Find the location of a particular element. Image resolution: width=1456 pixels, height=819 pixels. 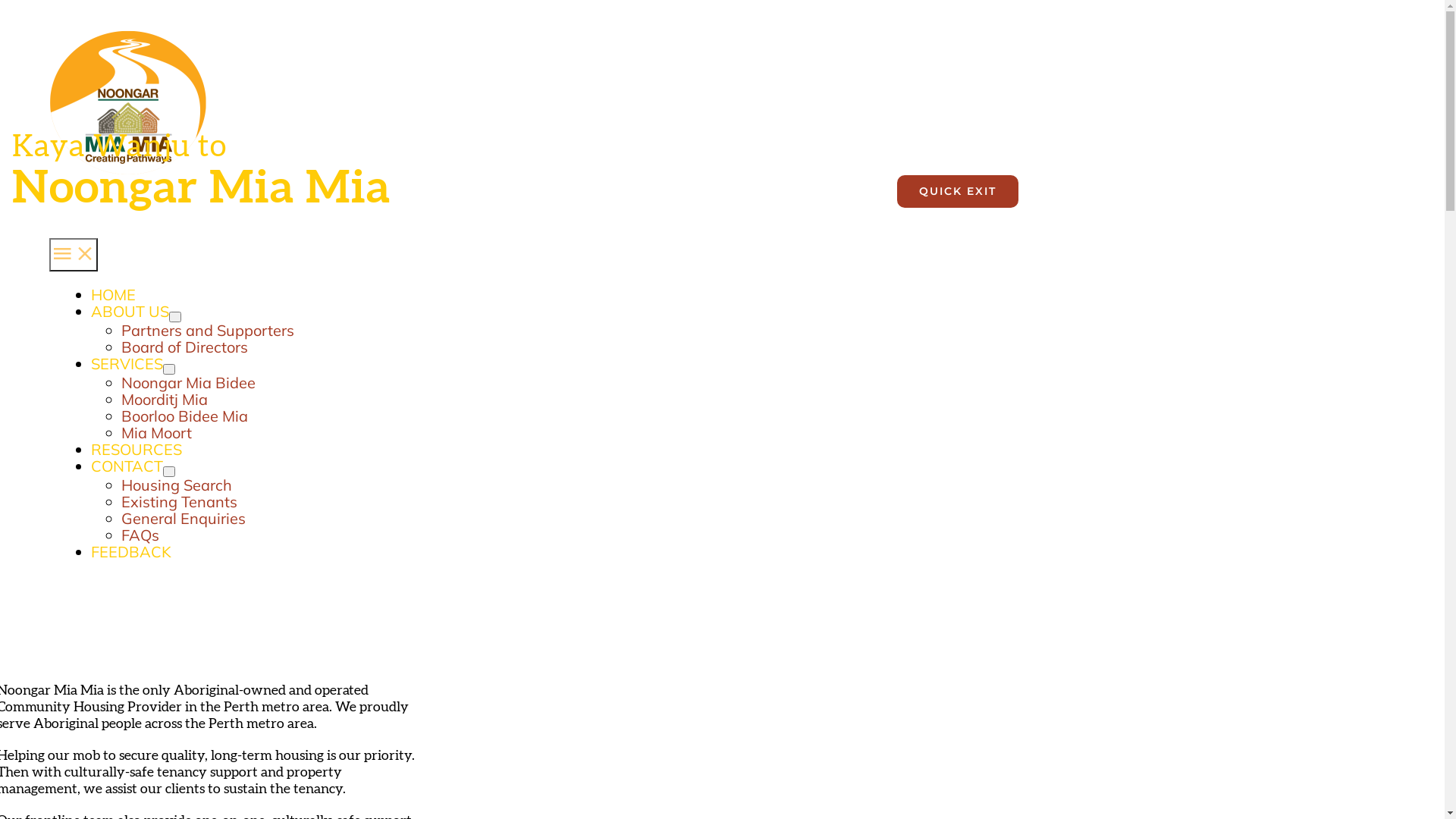

'HOME' is located at coordinates (90, 295).